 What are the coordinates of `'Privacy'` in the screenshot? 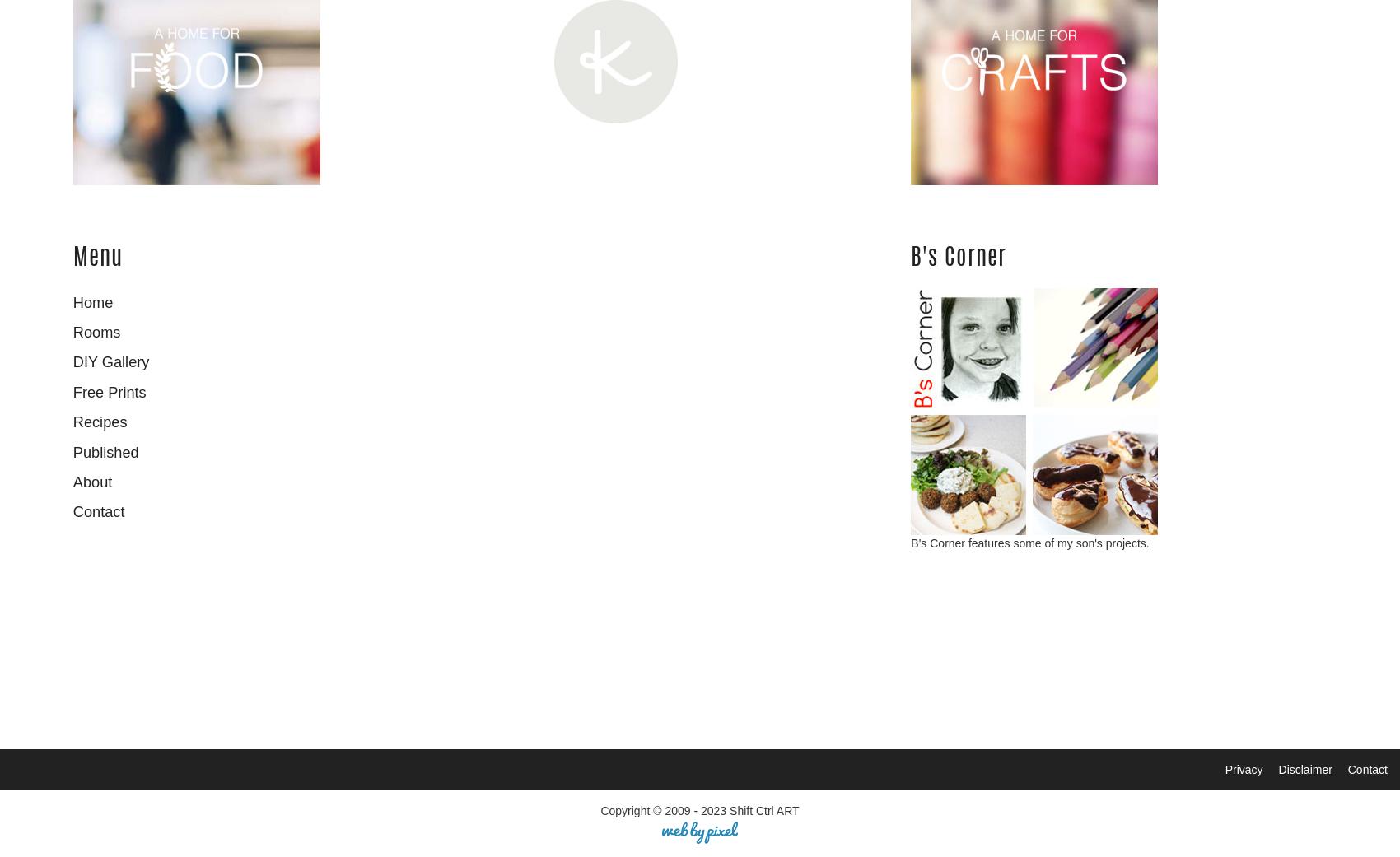 It's located at (1223, 767).